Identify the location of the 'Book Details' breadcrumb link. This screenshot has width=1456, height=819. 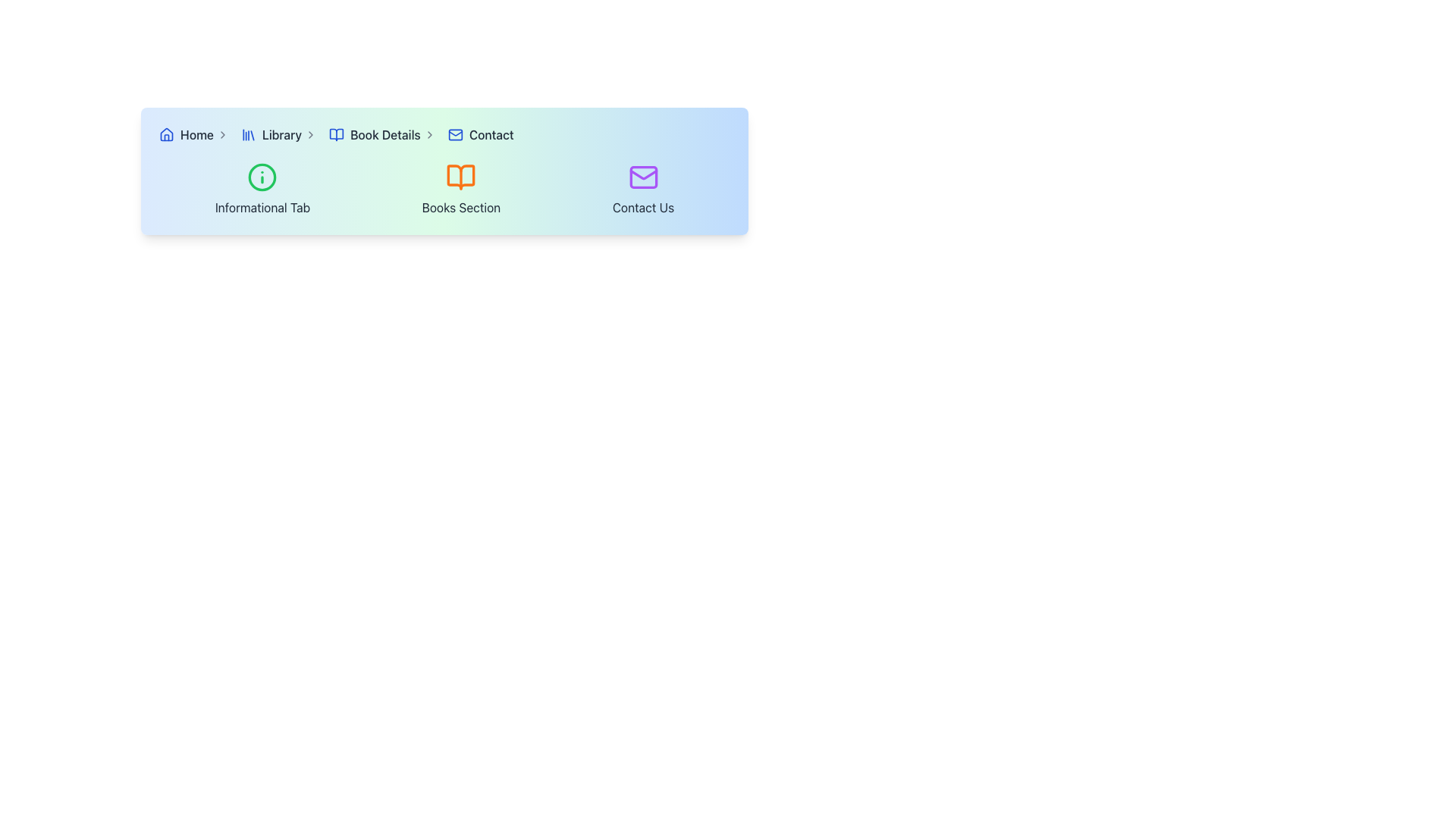
(384, 133).